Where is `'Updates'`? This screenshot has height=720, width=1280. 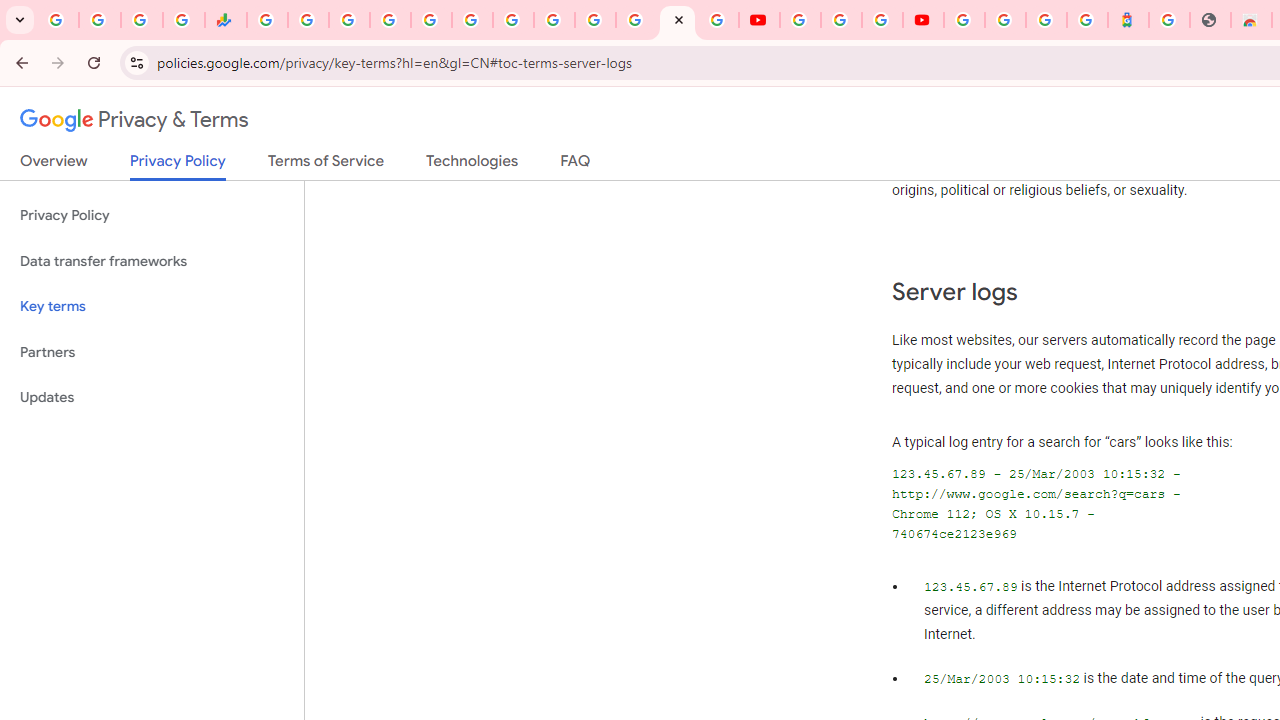 'Updates' is located at coordinates (151, 398).